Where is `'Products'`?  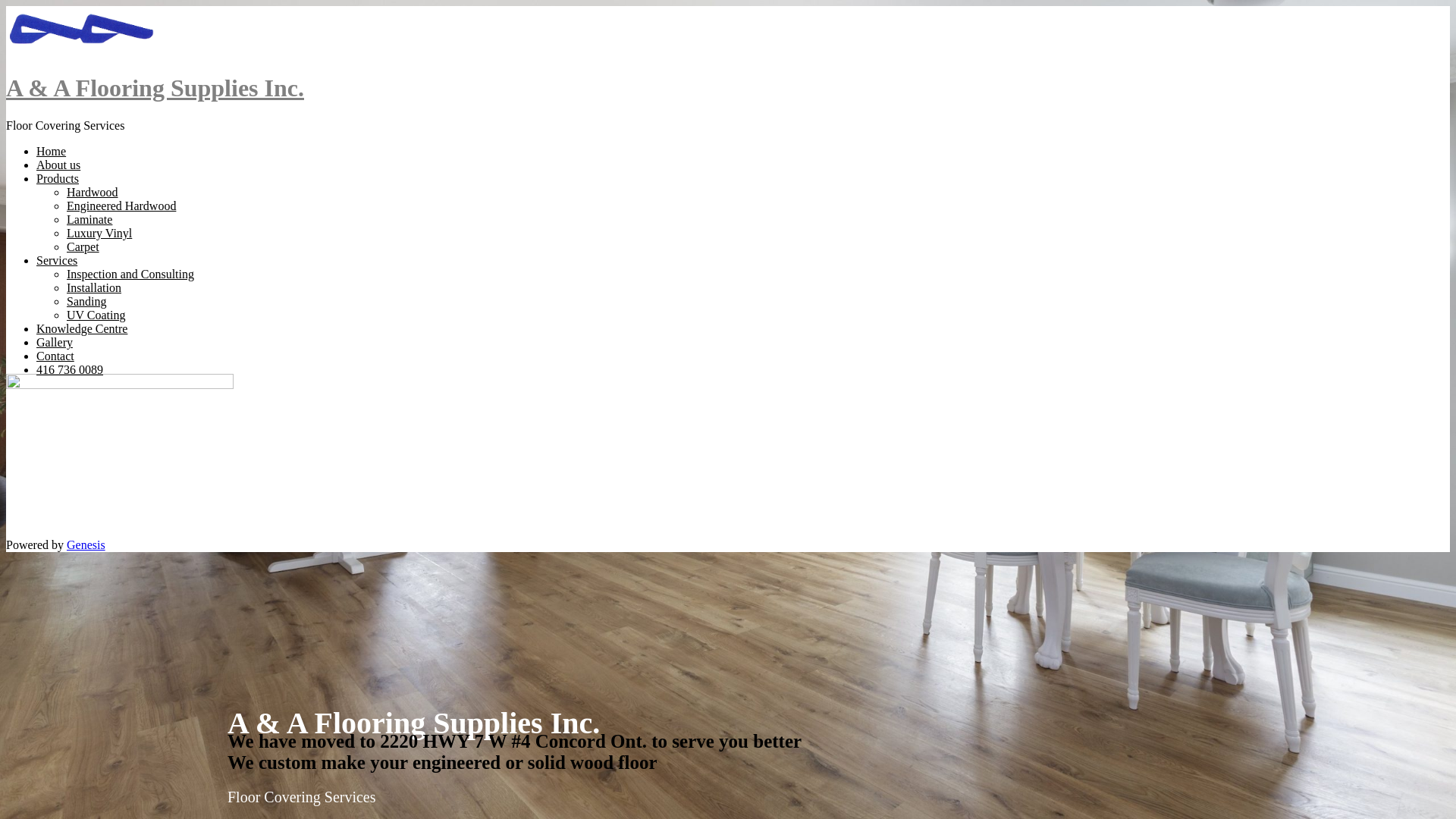 'Products' is located at coordinates (58, 177).